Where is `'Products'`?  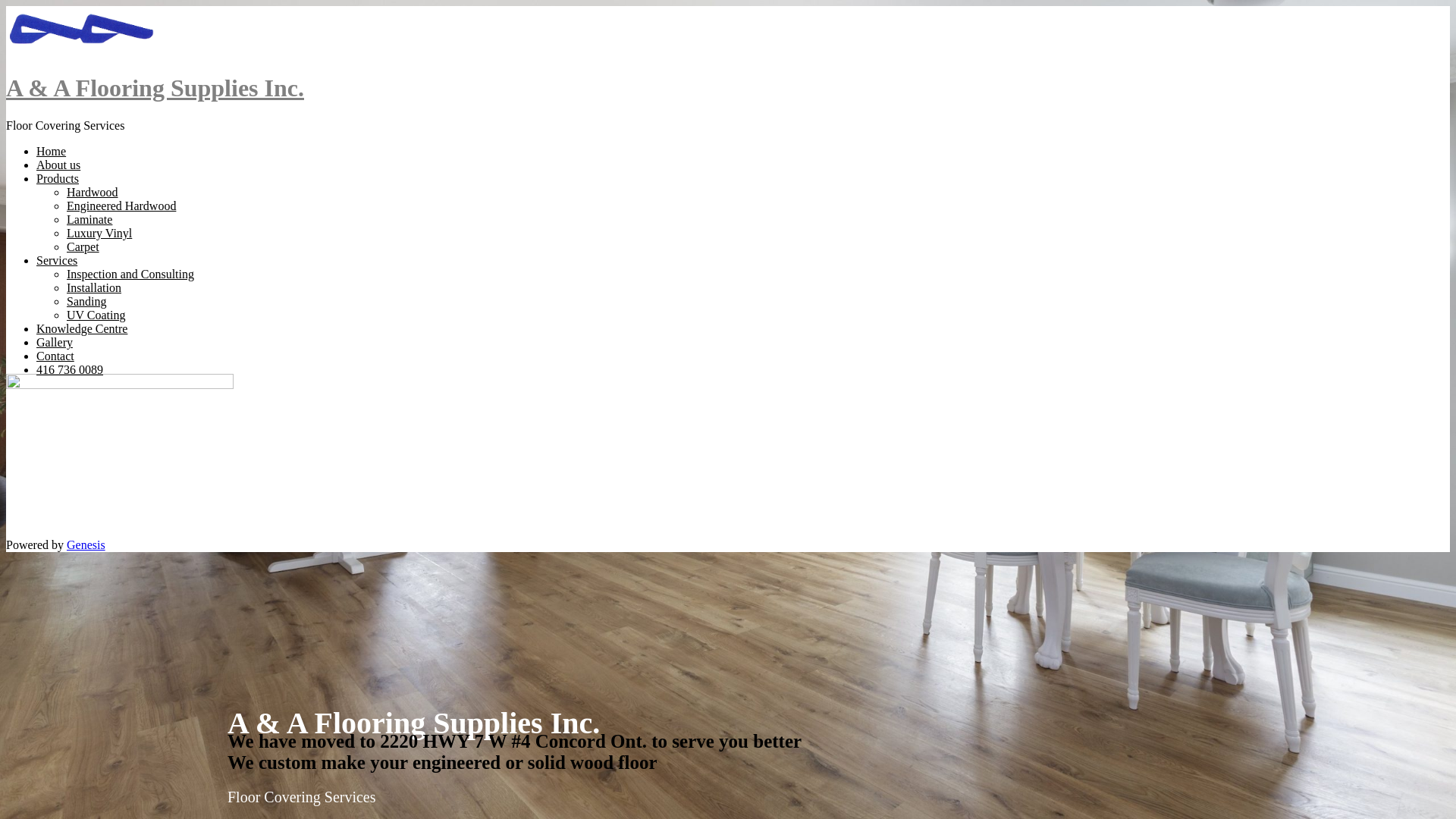 'Products' is located at coordinates (58, 177).